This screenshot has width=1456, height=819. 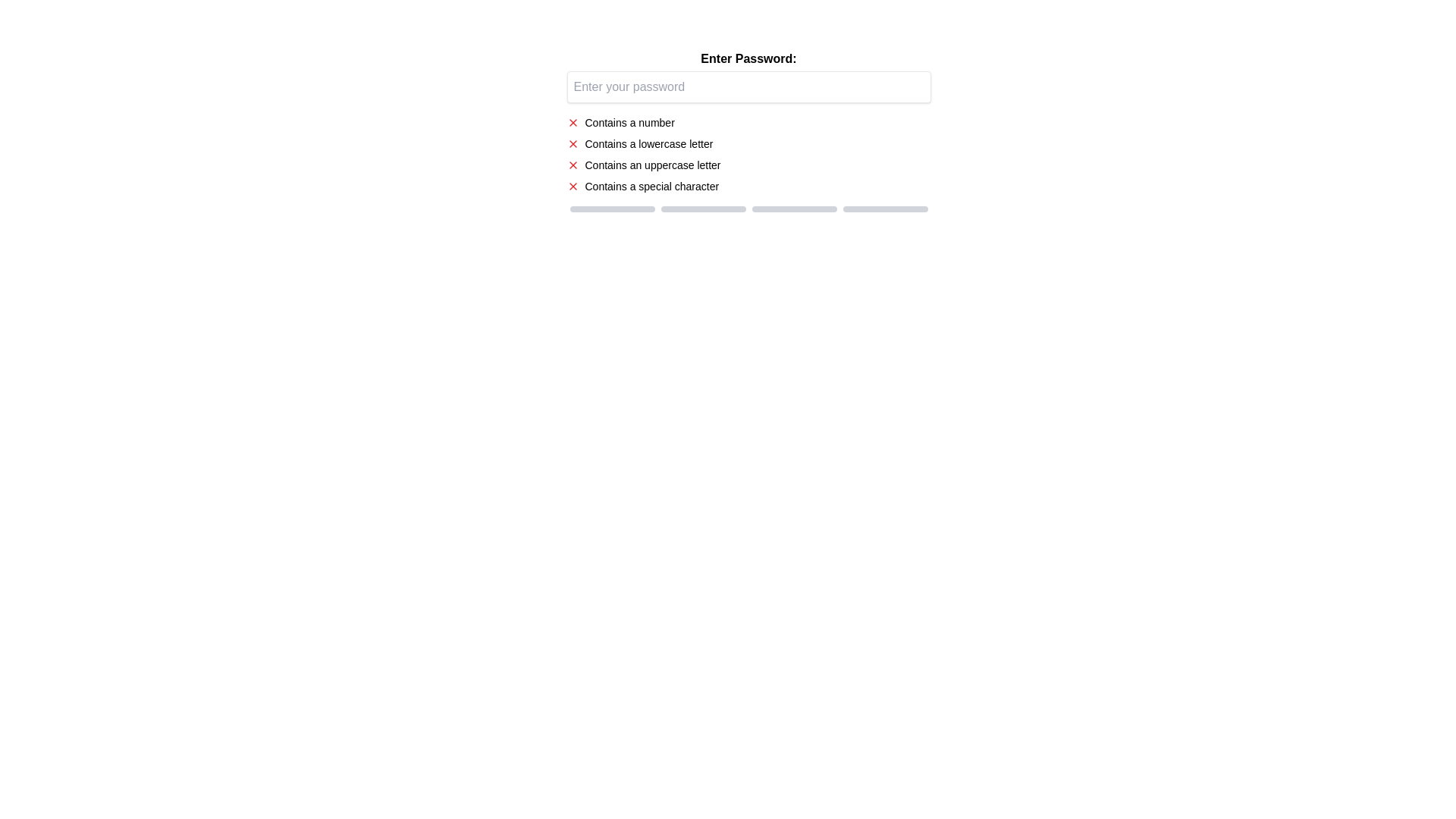 What do you see at coordinates (748, 58) in the screenshot?
I see `text of the label that indicates the expected input for the password field, positioned above the password input text field` at bounding box center [748, 58].